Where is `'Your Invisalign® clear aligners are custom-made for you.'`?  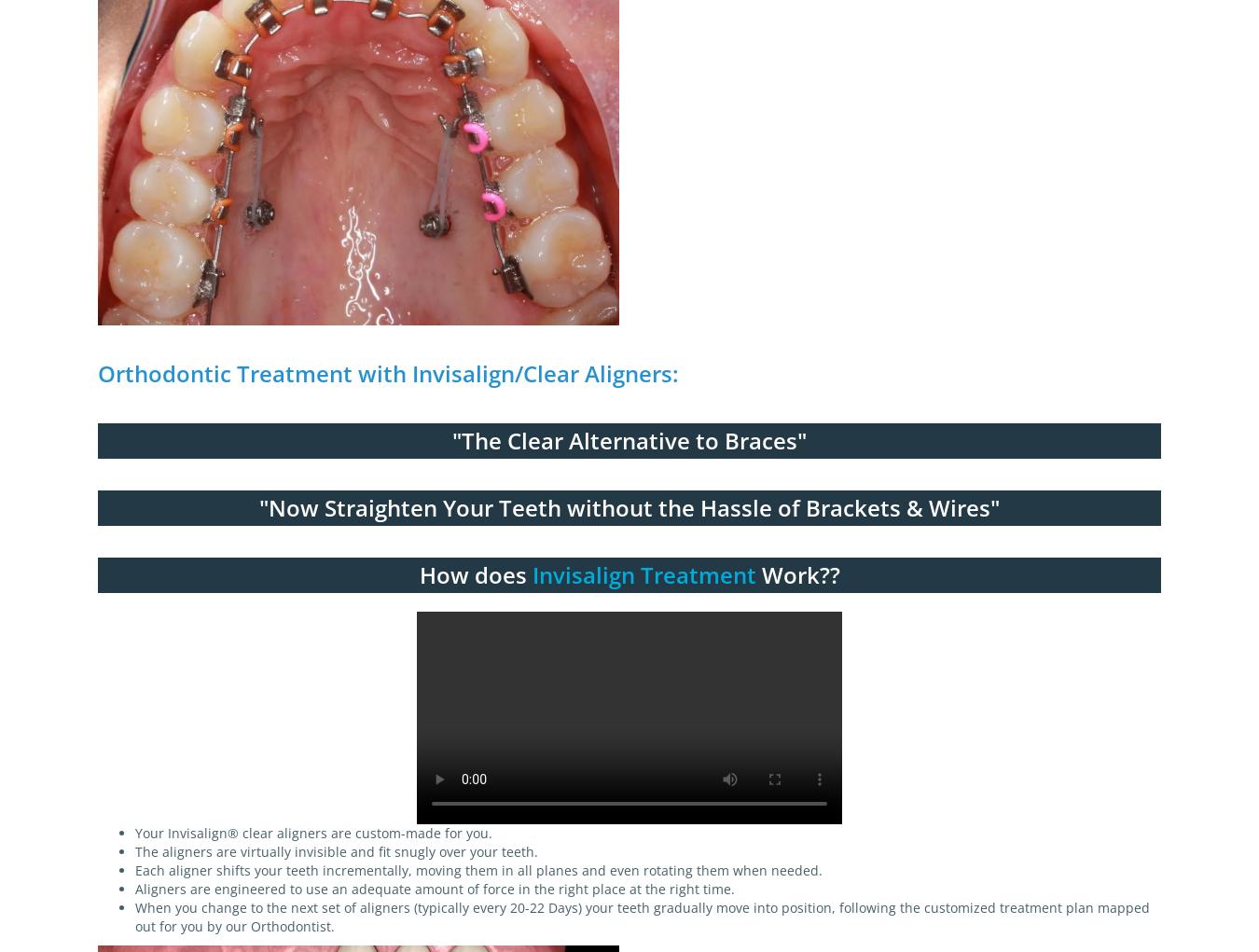
'Your Invisalign® clear aligners are custom-made for you.' is located at coordinates (312, 831).